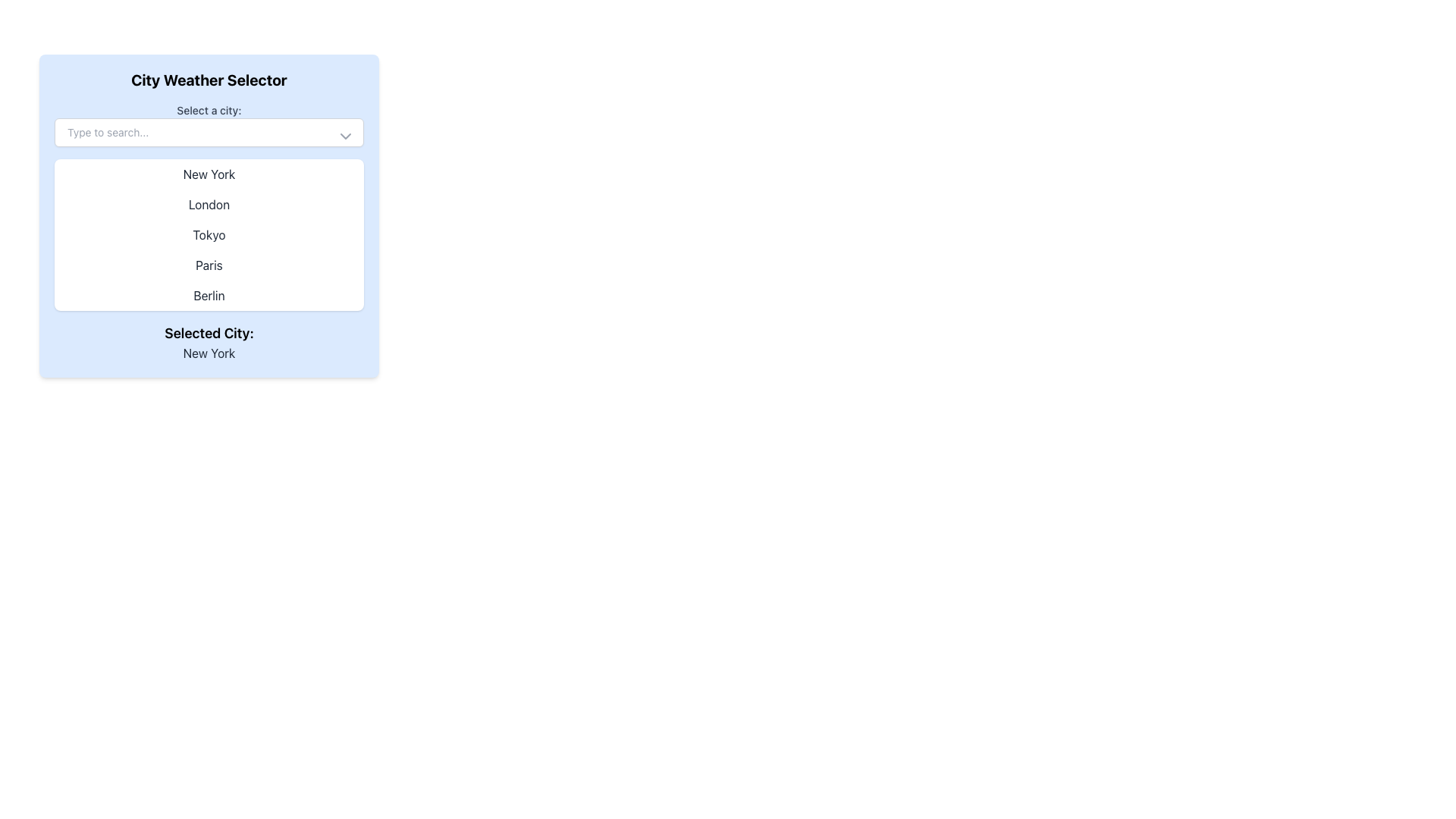  Describe the element at coordinates (208, 216) in the screenshot. I see `the dropdown list item for 'London'` at that location.